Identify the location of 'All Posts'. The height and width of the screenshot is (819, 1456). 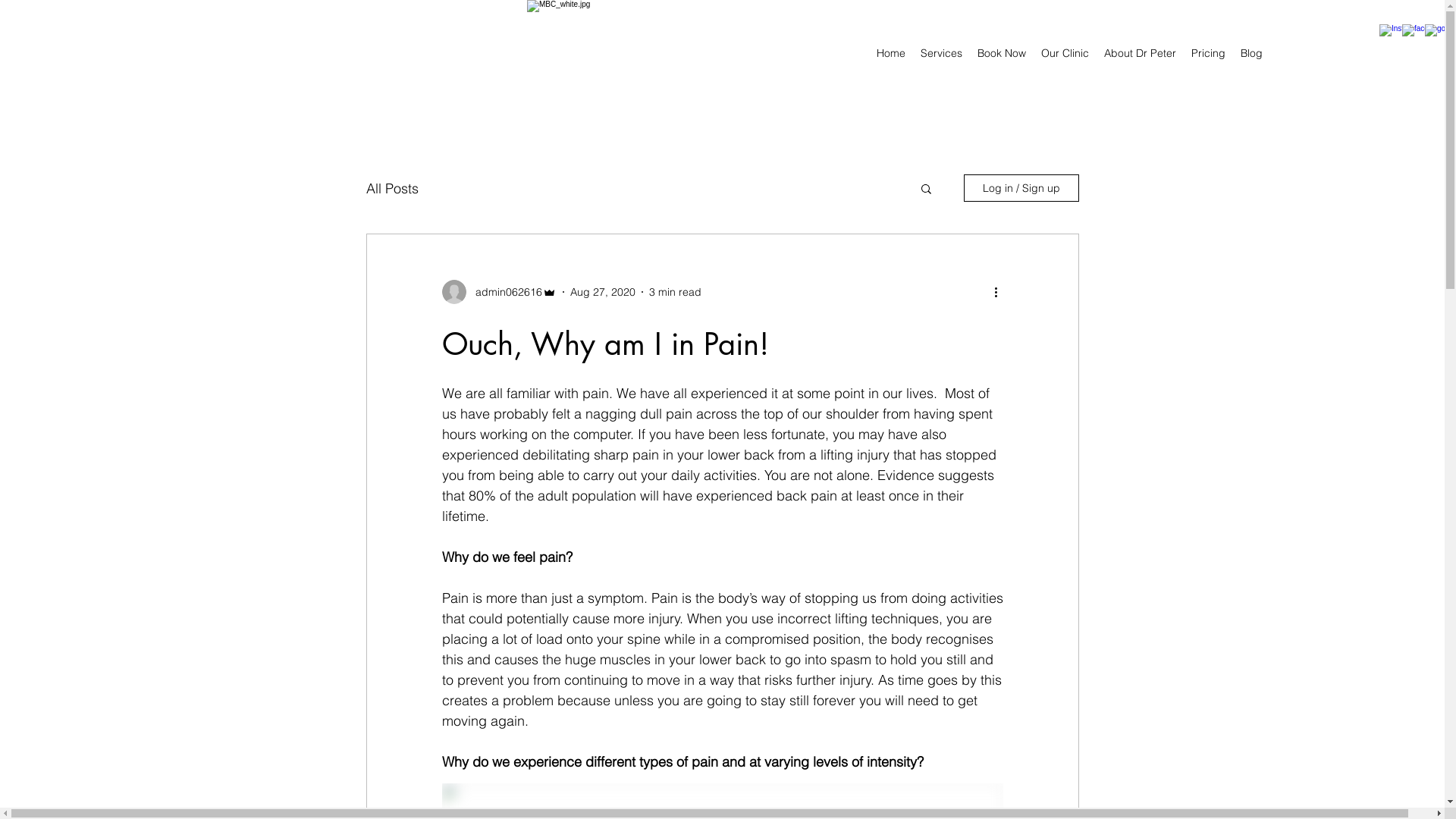
(391, 187).